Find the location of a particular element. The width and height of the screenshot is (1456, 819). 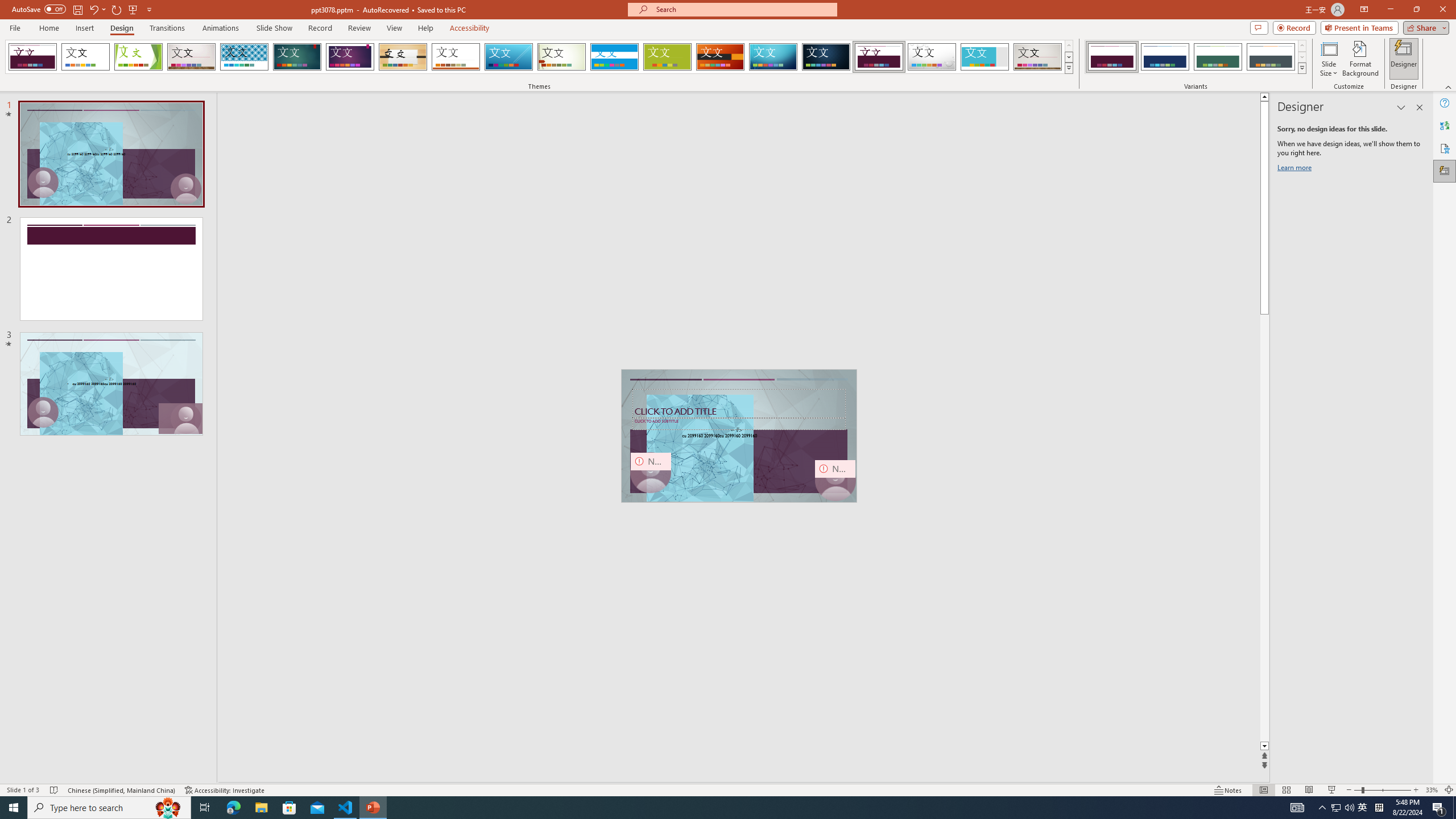

'View' is located at coordinates (395, 28).